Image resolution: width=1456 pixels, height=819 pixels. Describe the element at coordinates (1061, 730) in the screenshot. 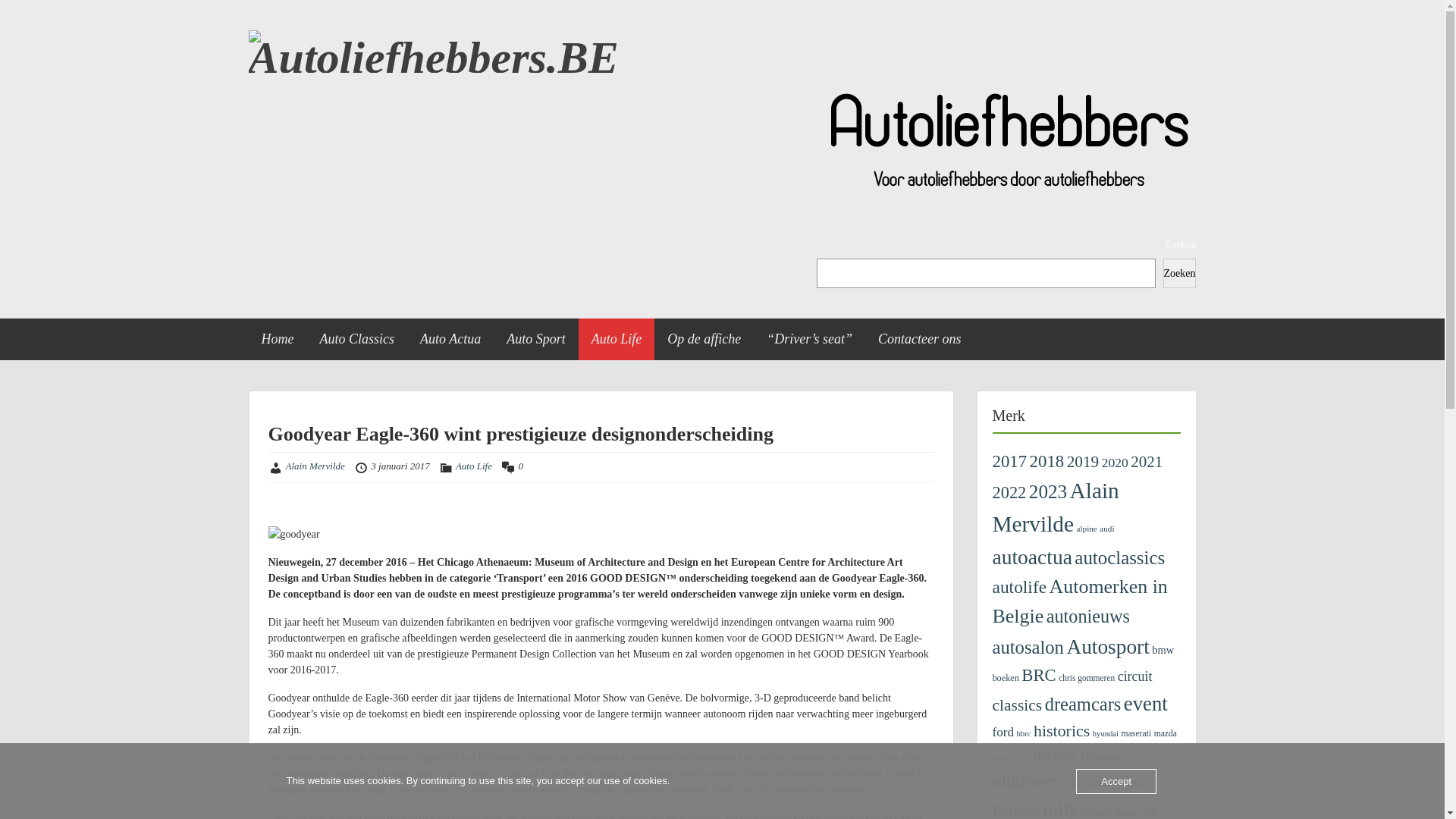

I see `'historics'` at that location.